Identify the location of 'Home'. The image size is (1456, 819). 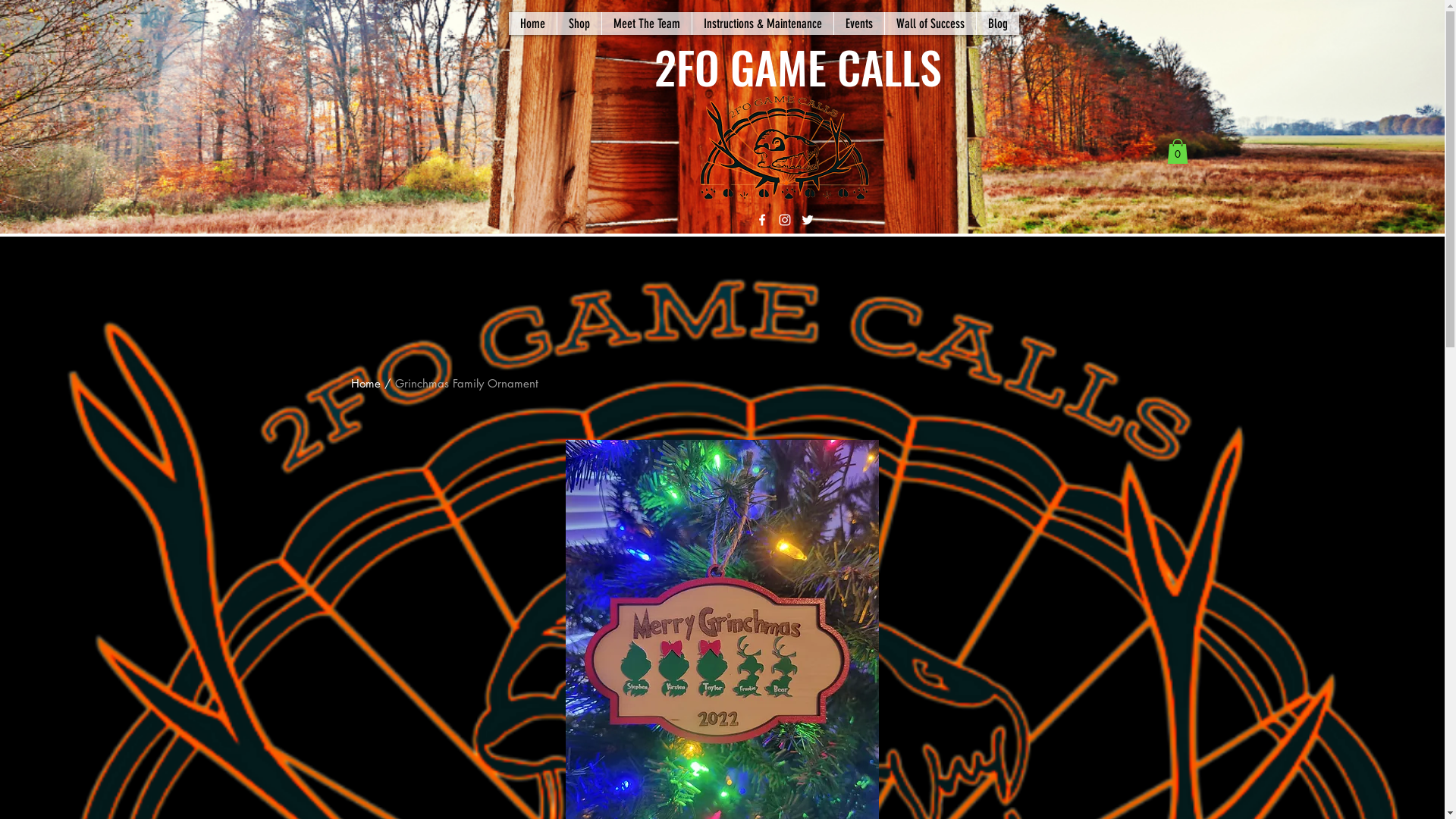
(532, 23).